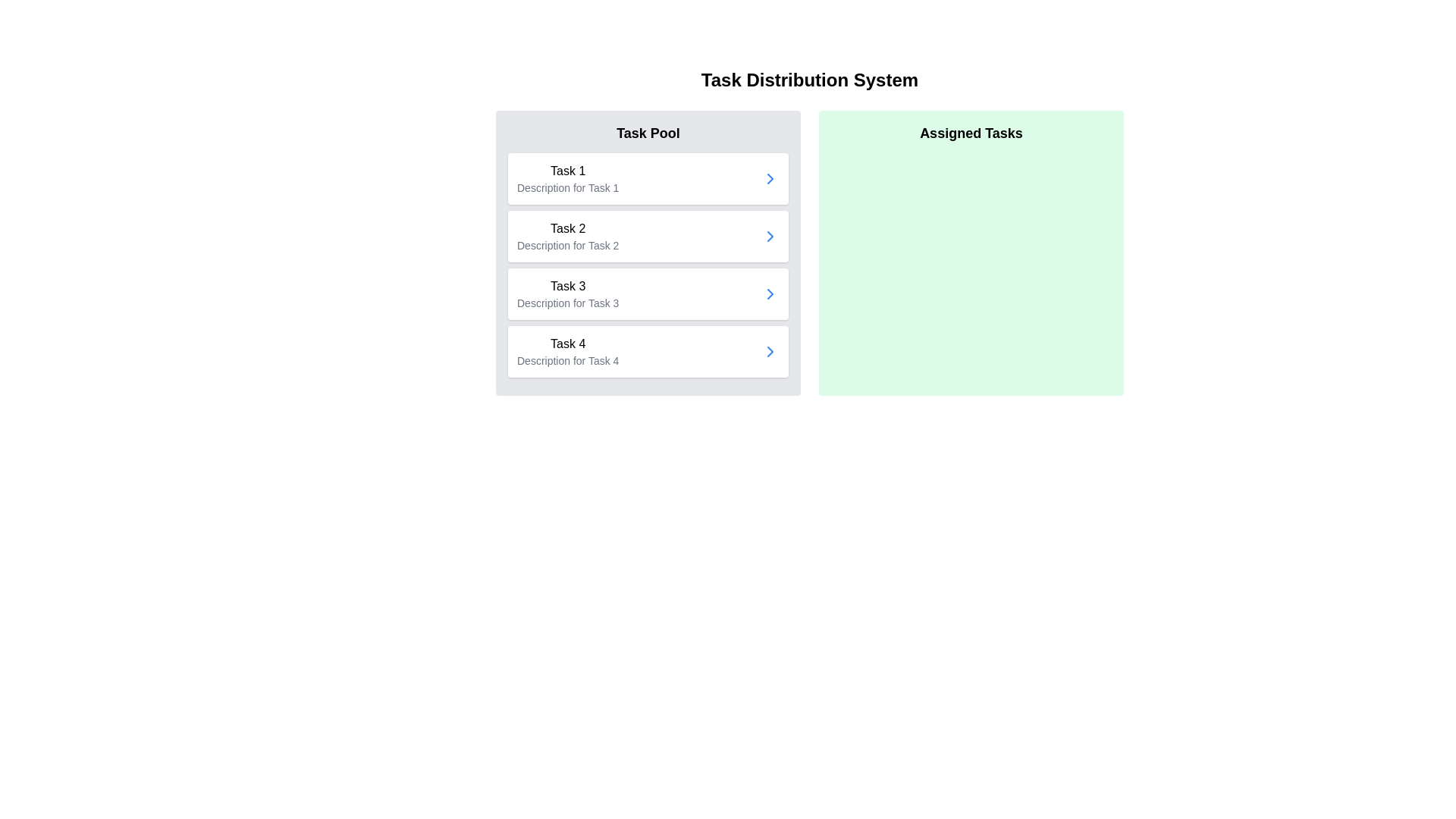  Describe the element at coordinates (648, 351) in the screenshot. I see `on the task item labeled 'Task 4' in the 'Task Pool' section` at that location.